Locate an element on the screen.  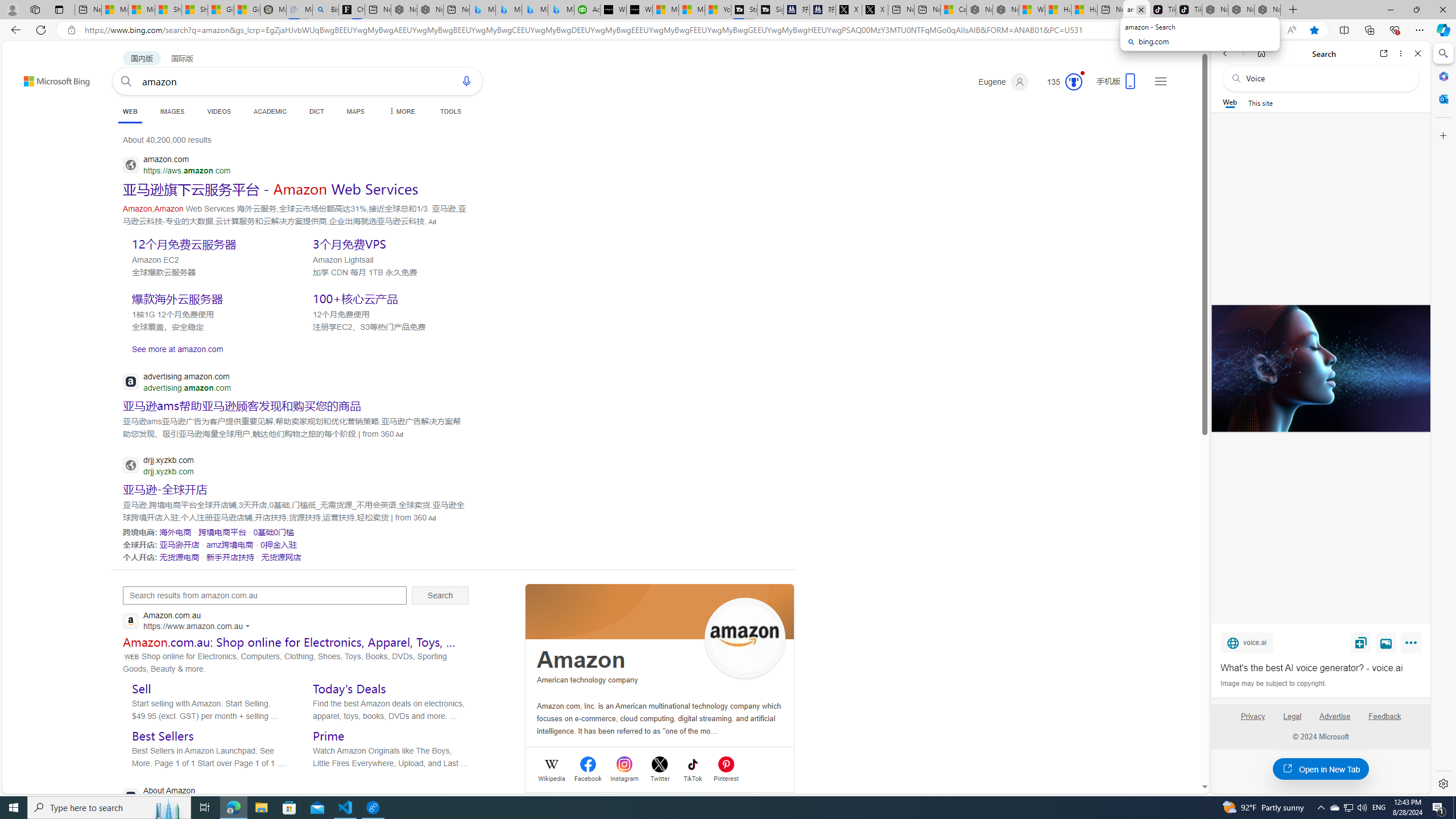
'Search more' is located at coordinates (1178, 753).